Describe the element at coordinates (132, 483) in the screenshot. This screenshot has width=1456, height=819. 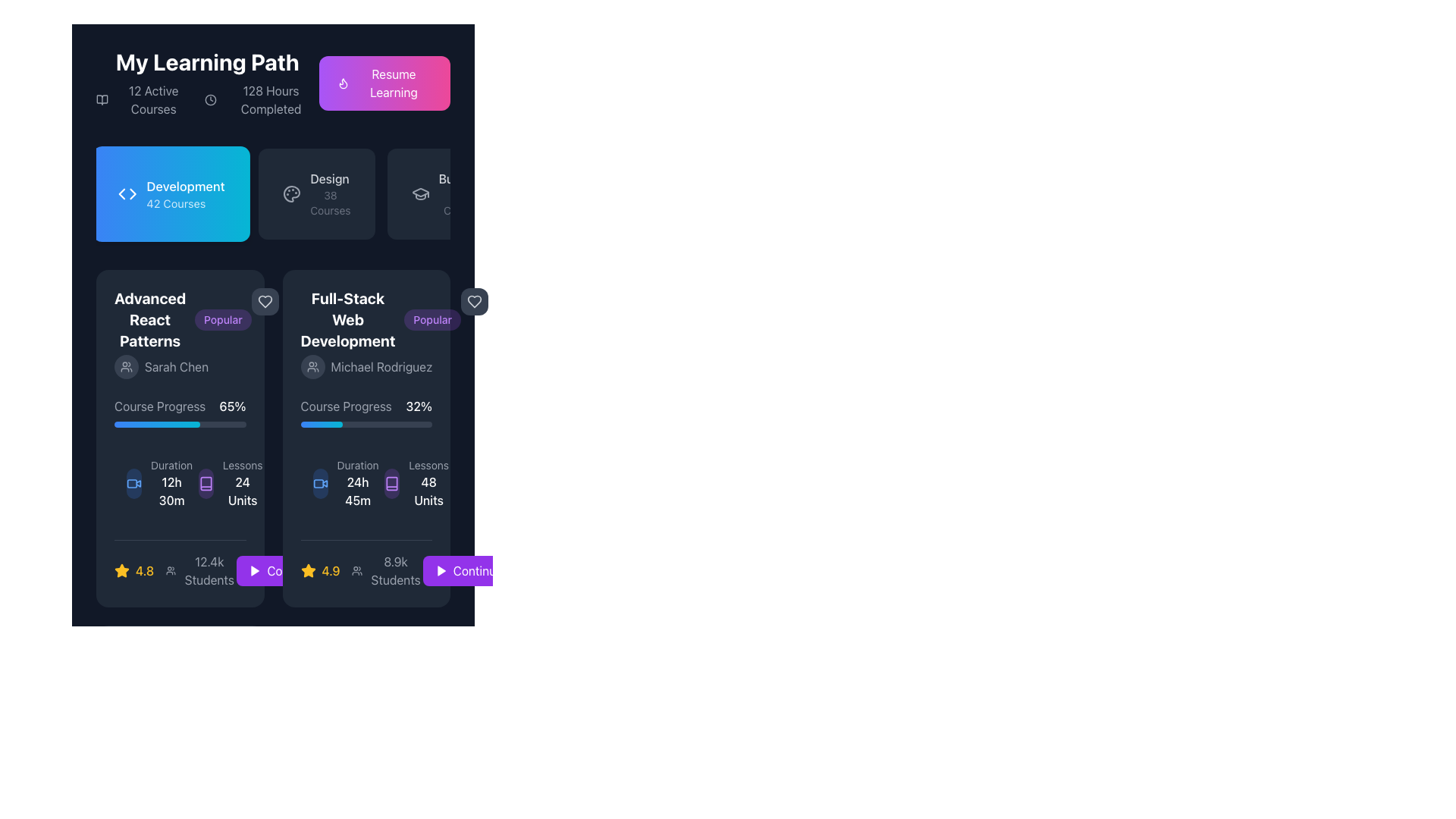
I see `the upper-left portion of the video play button icon, which is part of the media control section under 'Duration' in the course card` at that location.